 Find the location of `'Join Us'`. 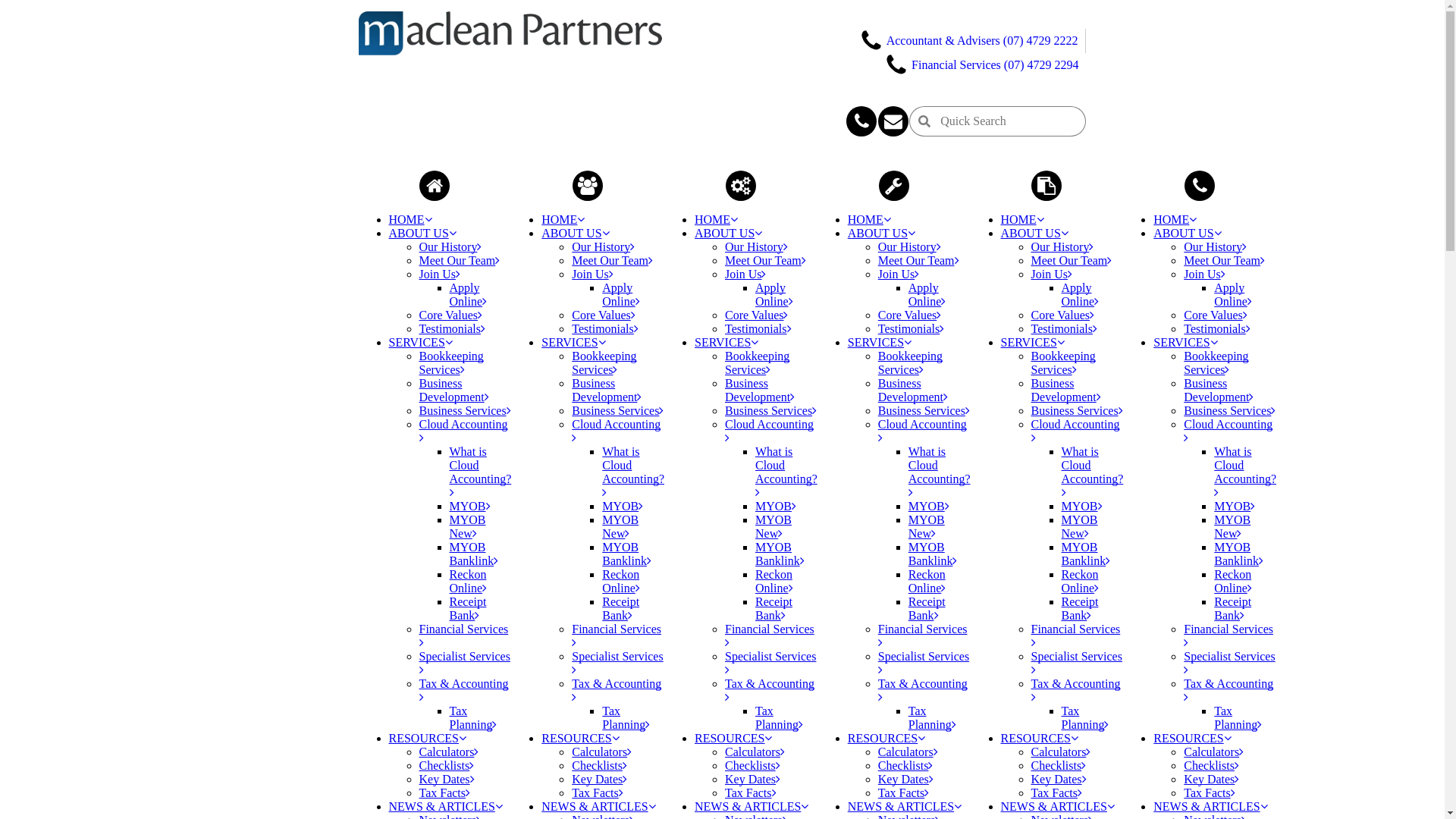

'Join Us' is located at coordinates (745, 274).